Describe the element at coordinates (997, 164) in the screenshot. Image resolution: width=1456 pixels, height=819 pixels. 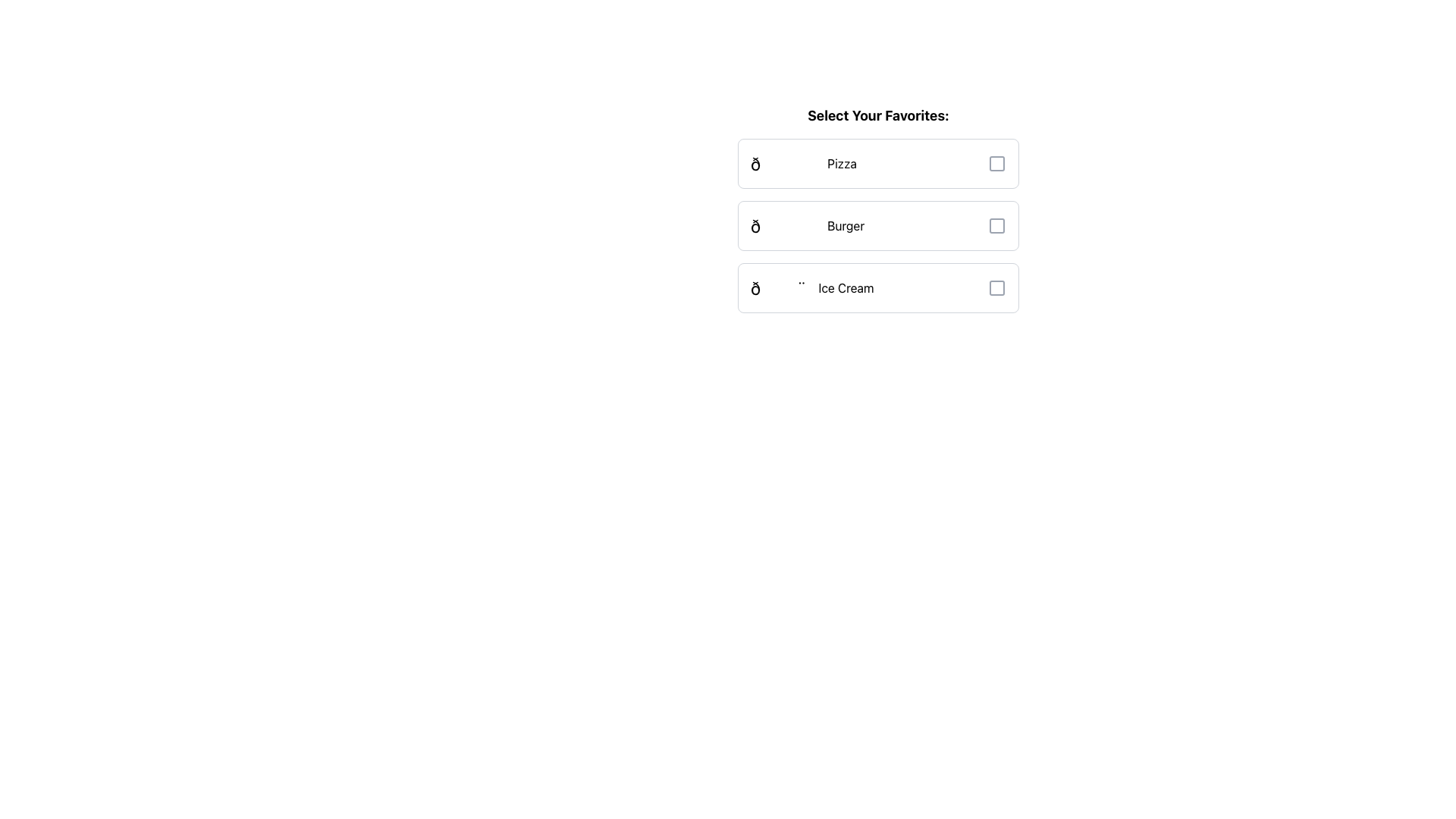
I see `the checkbox next to the text 'Pizza' in the top row of the vertical list` at that location.